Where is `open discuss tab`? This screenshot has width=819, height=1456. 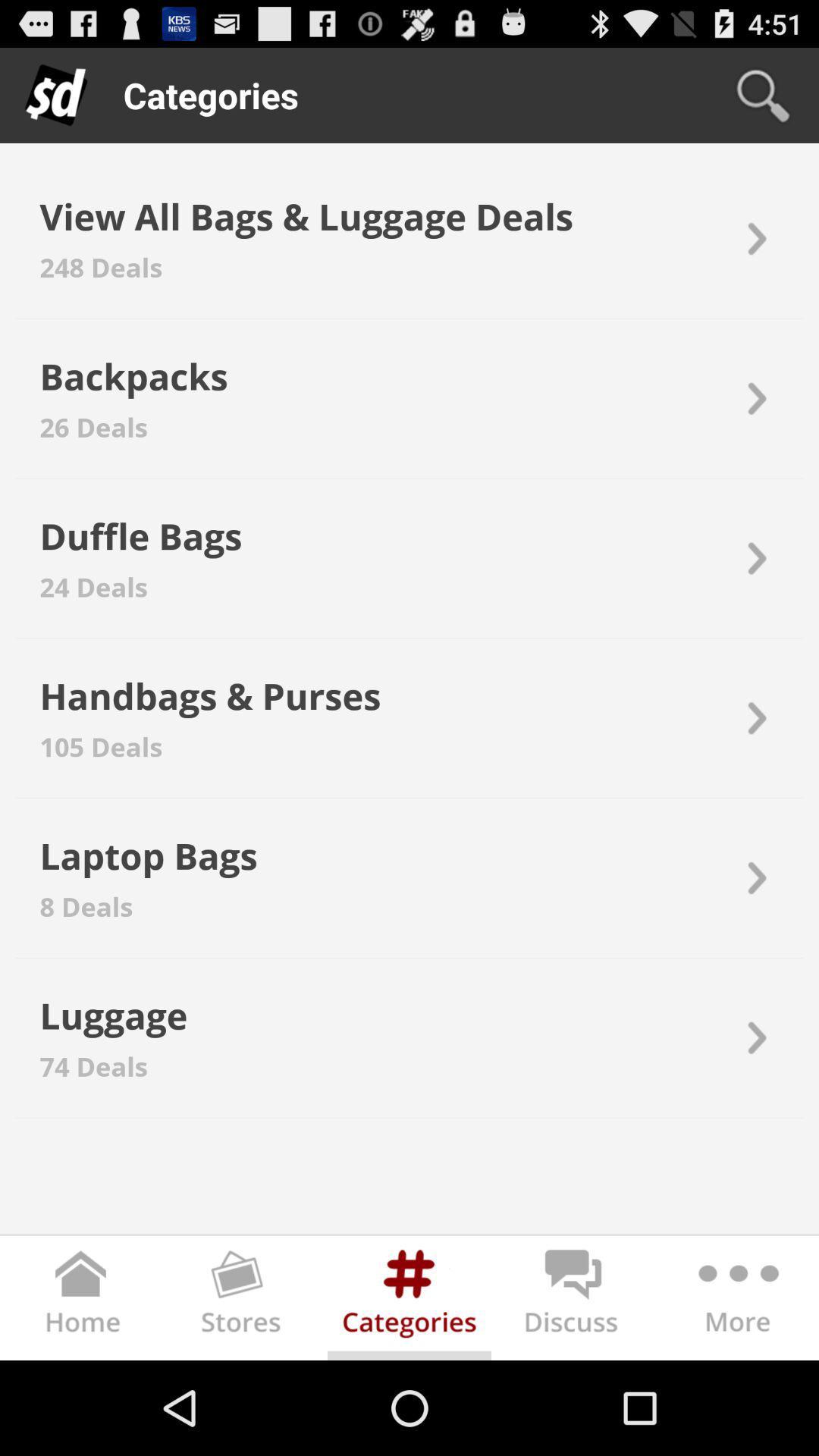 open discuss tab is located at coordinates (573, 1301).